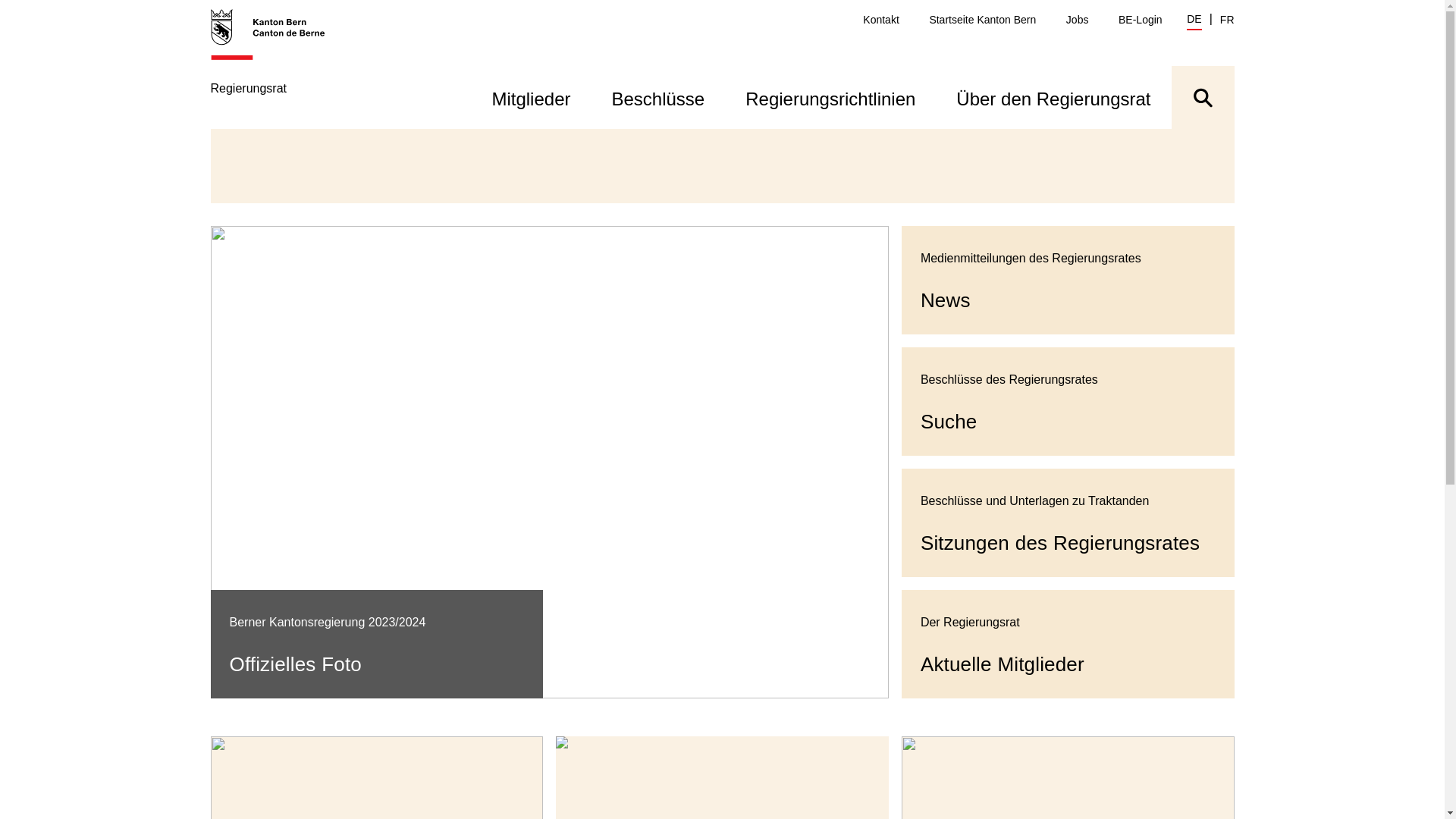 The height and width of the screenshot is (819, 1456). Describe the element at coordinates (1067, 280) in the screenshot. I see `'News` at that location.